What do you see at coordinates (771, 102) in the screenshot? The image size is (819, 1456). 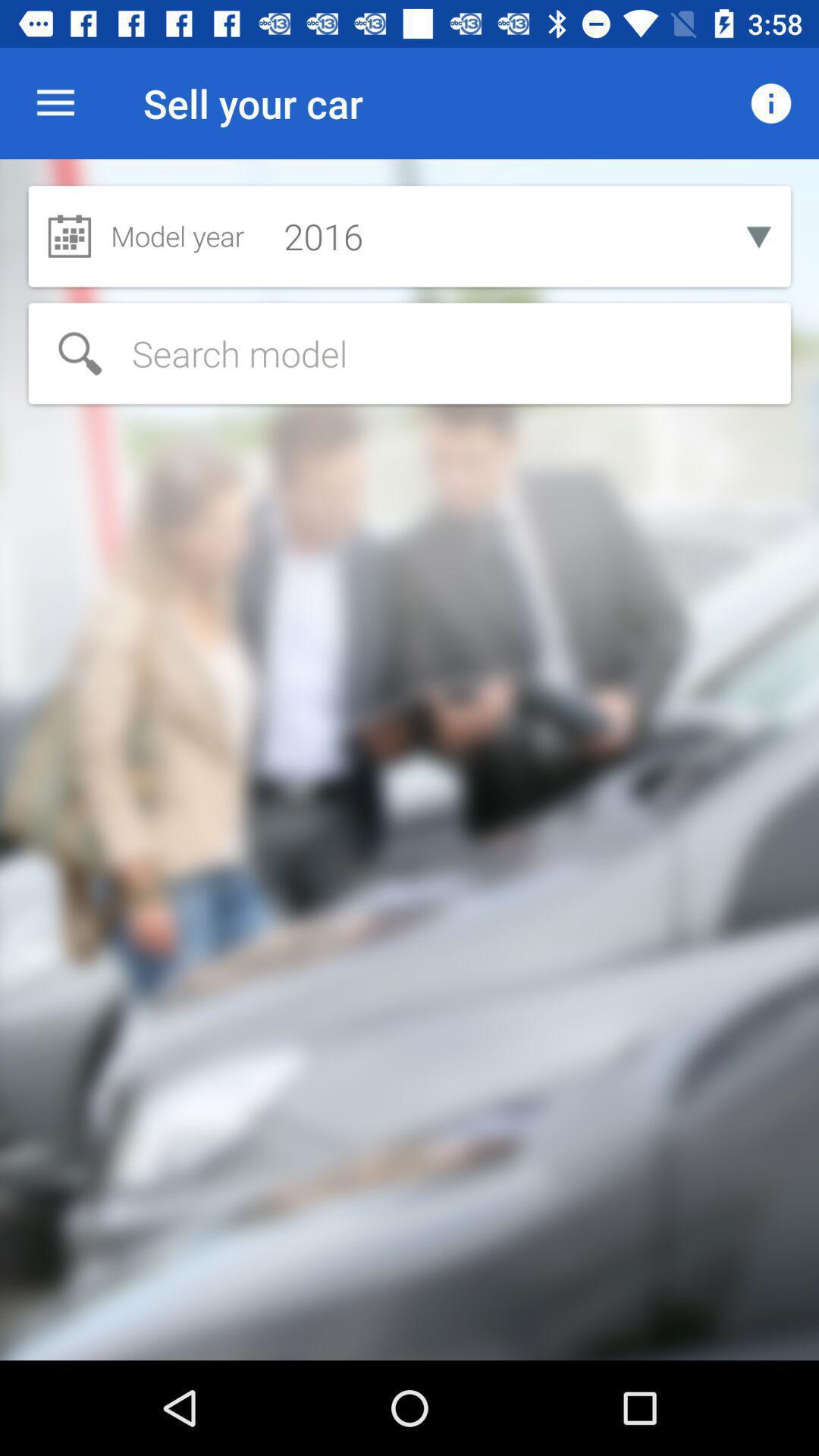 I see `the item to the right of the sell your car item` at bounding box center [771, 102].